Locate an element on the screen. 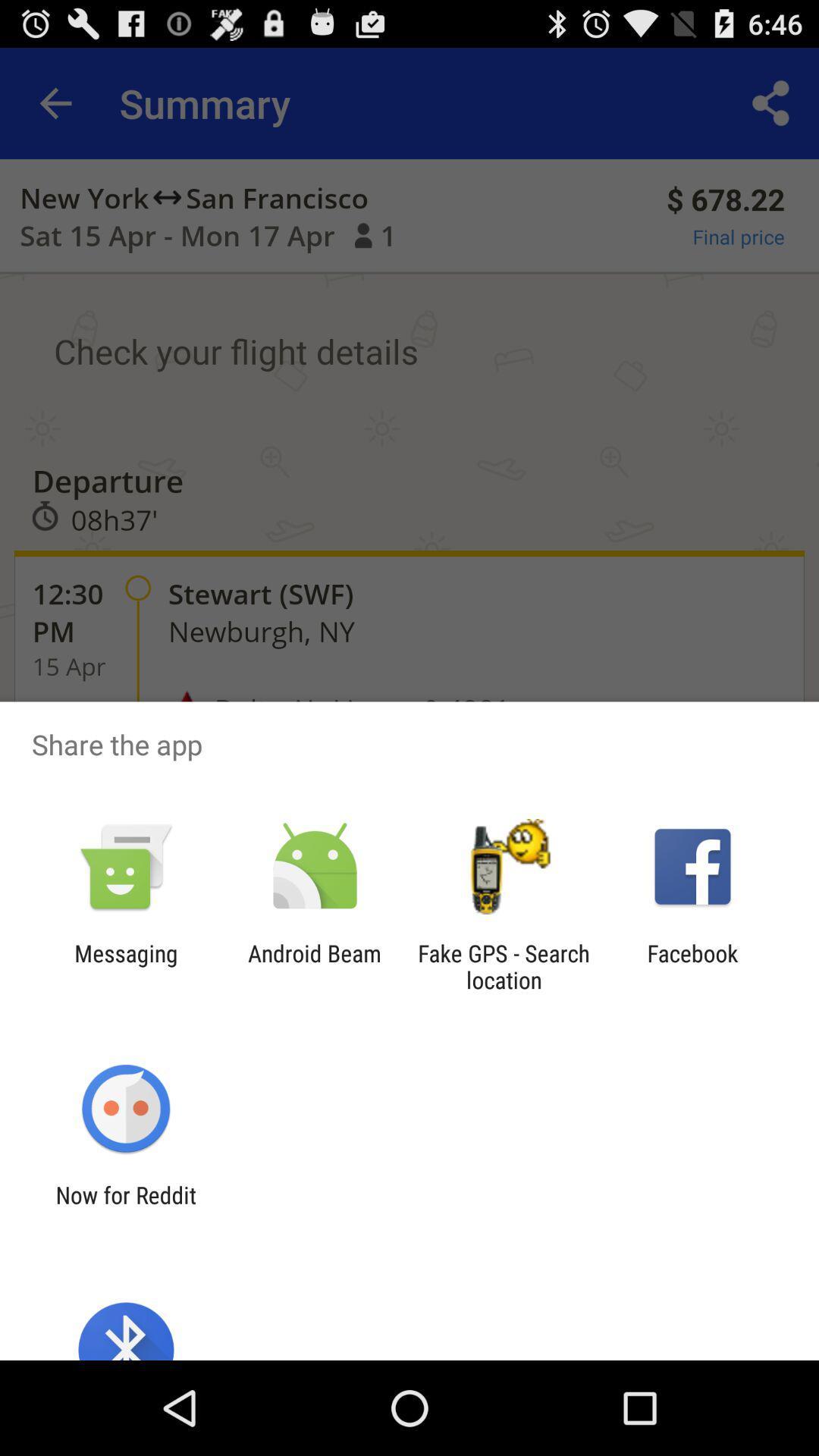 The image size is (819, 1456). icon to the right of fake gps search app is located at coordinates (692, 966).